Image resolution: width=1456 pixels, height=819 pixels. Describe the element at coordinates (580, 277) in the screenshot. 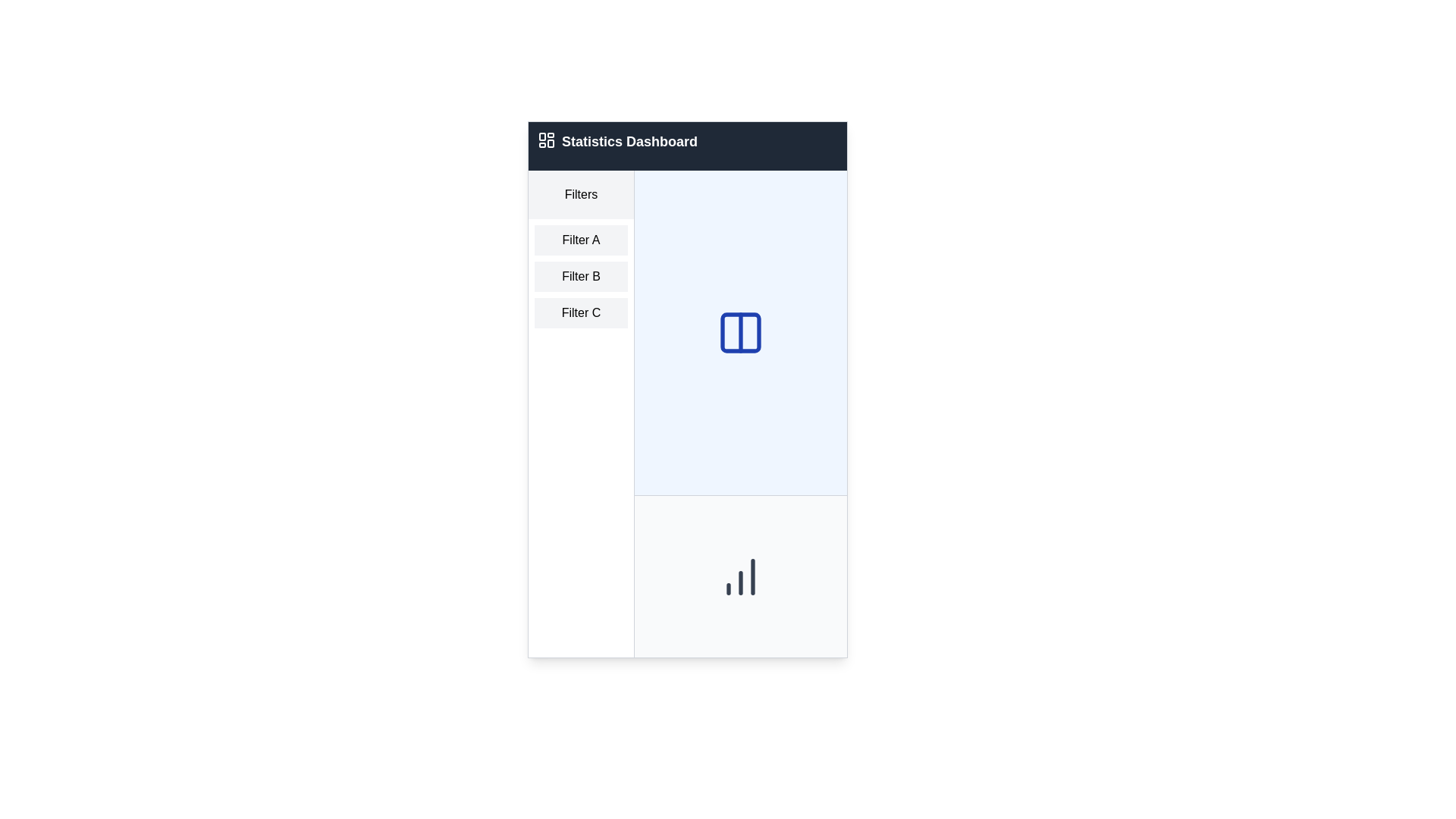

I see `the filter selection menu located in the left panel beneath the 'Filters' section` at that location.